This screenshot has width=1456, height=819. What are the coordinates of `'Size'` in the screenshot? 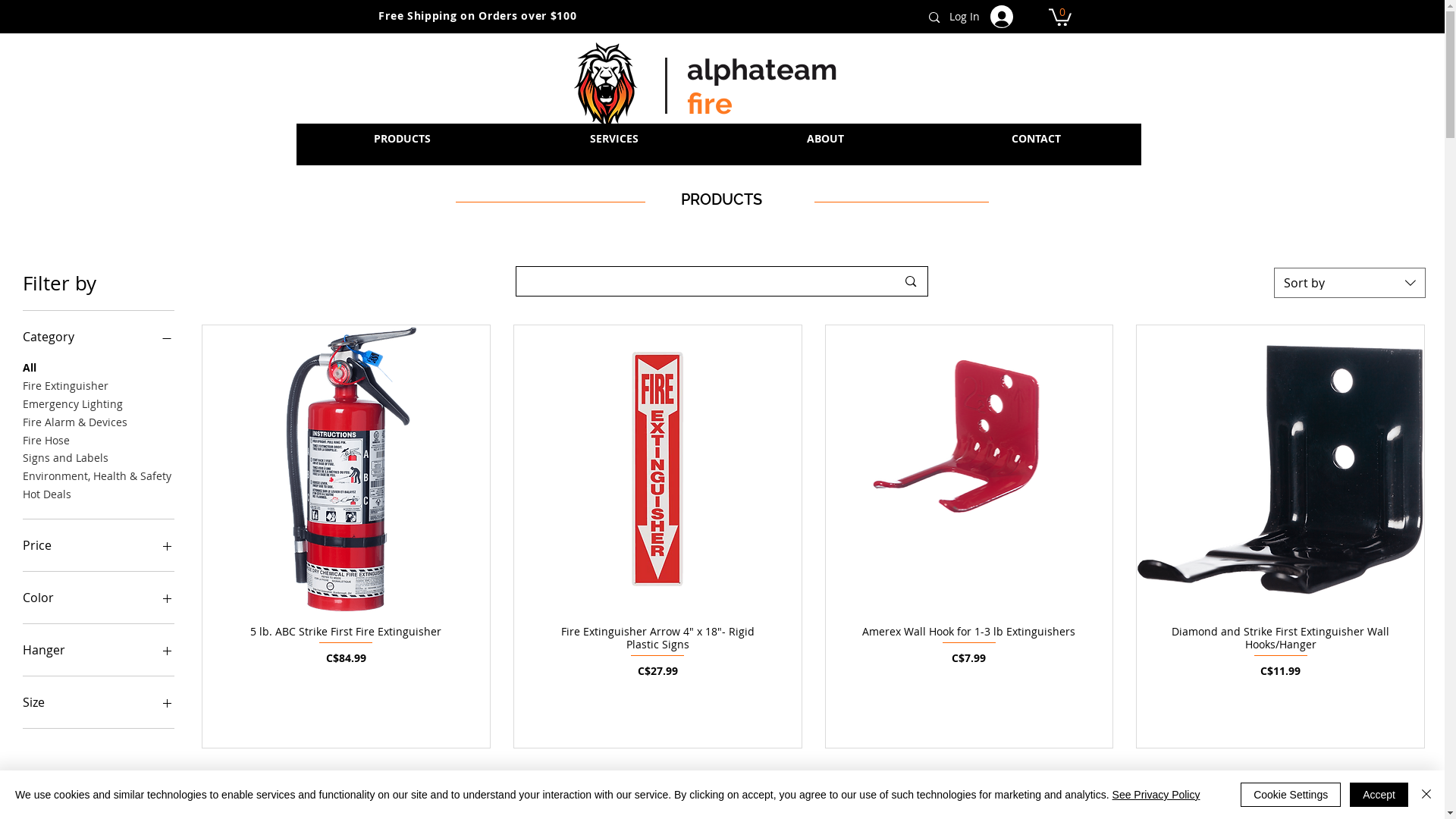 It's located at (97, 701).